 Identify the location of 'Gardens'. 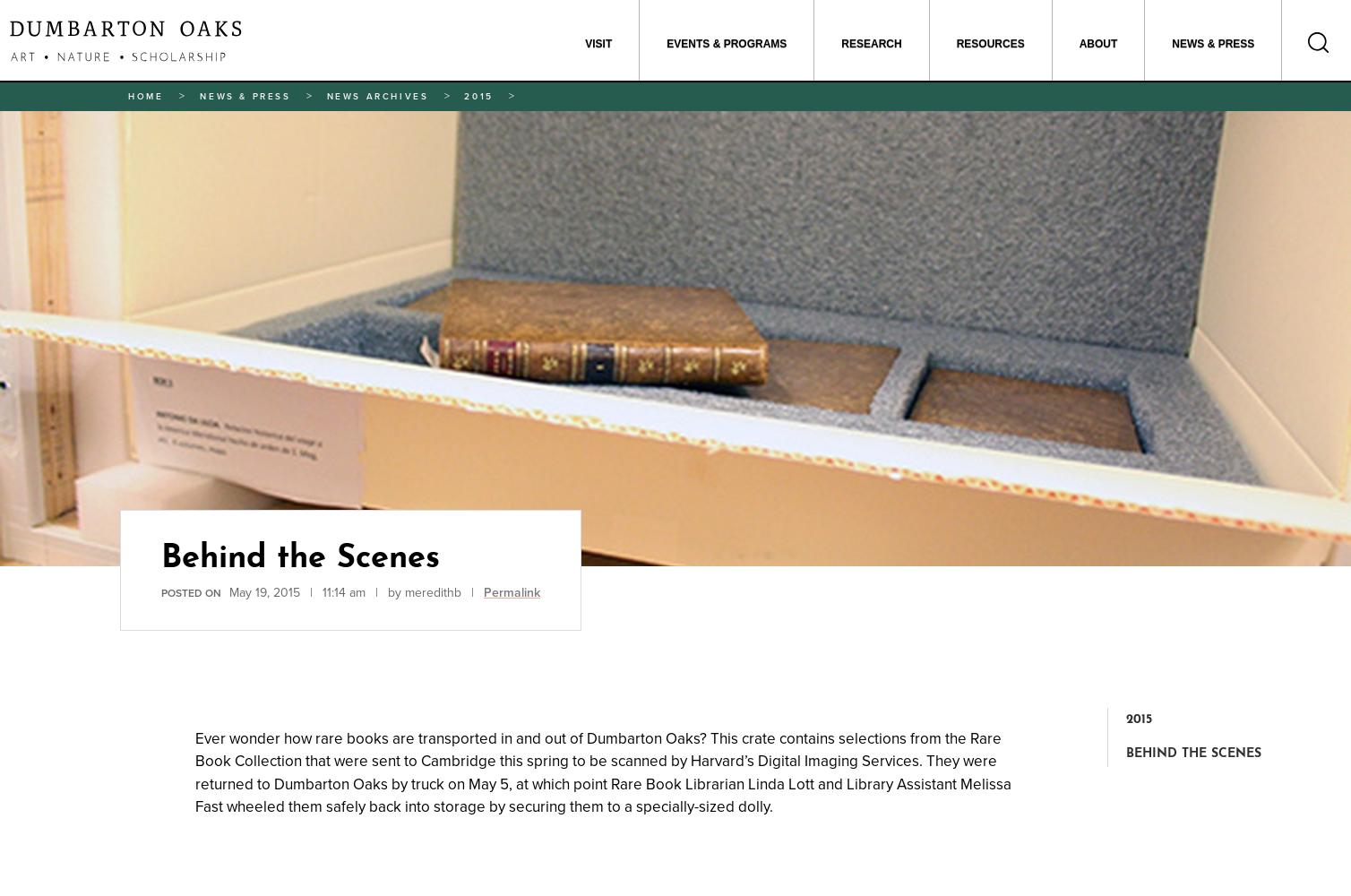
(686, 110).